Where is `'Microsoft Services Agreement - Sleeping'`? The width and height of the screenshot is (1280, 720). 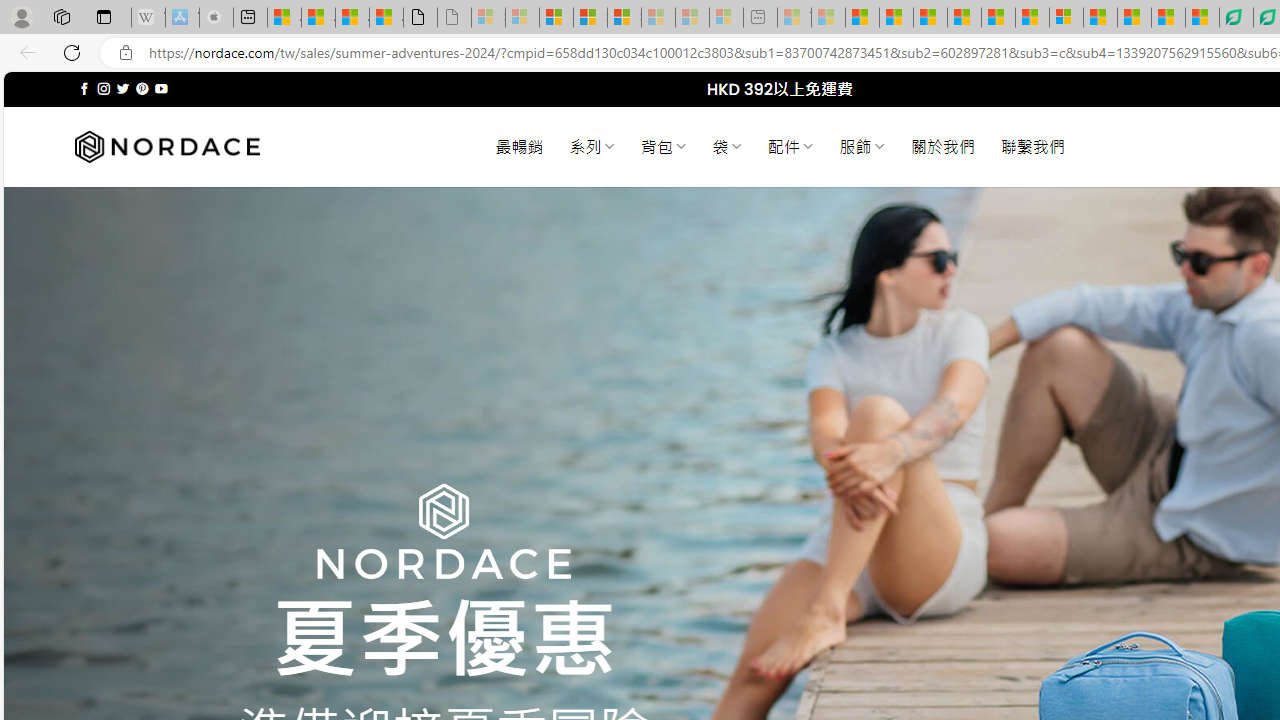
'Microsoft Services Agreement - Sleeping' is located at coordinates (522, 17).